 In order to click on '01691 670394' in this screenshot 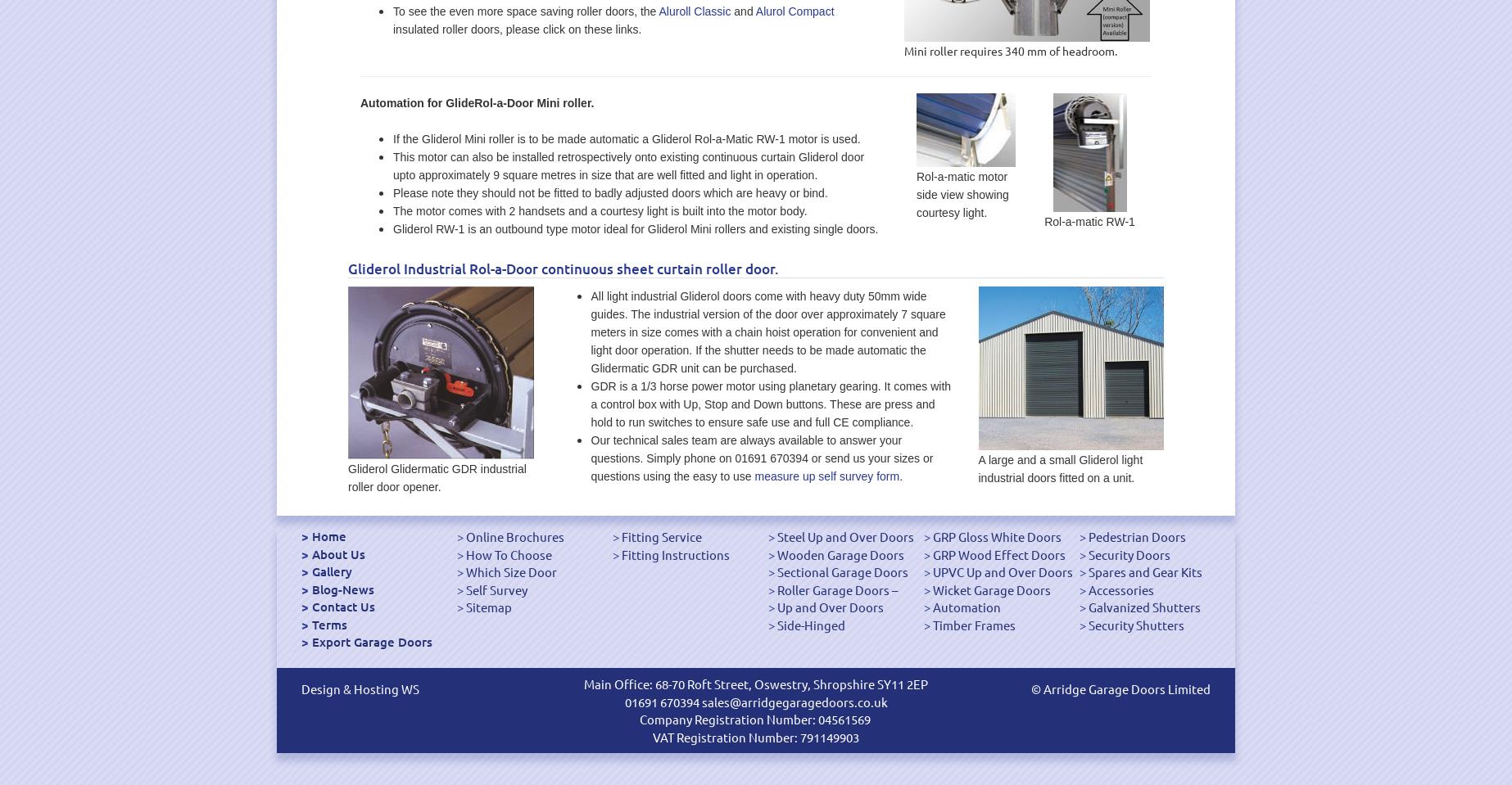, I will do `click(661, 700)`.